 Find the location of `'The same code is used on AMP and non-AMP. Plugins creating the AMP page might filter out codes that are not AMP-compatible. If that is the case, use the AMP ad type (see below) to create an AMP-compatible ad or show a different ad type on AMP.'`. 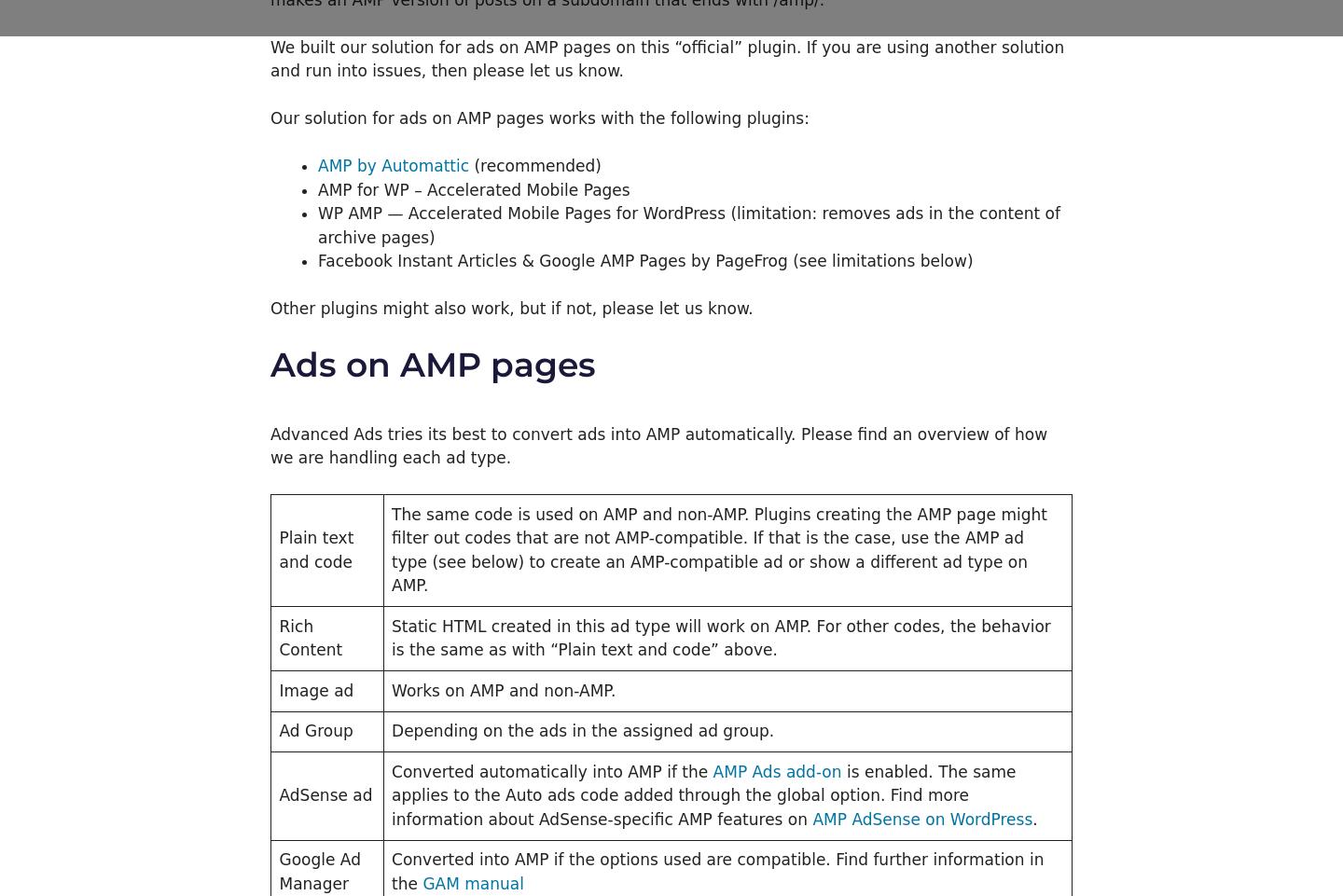

'The same code is used on AMP and non-AMP. Plugins creating the AMP page might filter out codes that are not AMP-compatible. If that is the case, use the AMP ad type (see below) to create an AMP-compatible ad or show a different ad type on AMP.' is located at coordinates (717, 549).